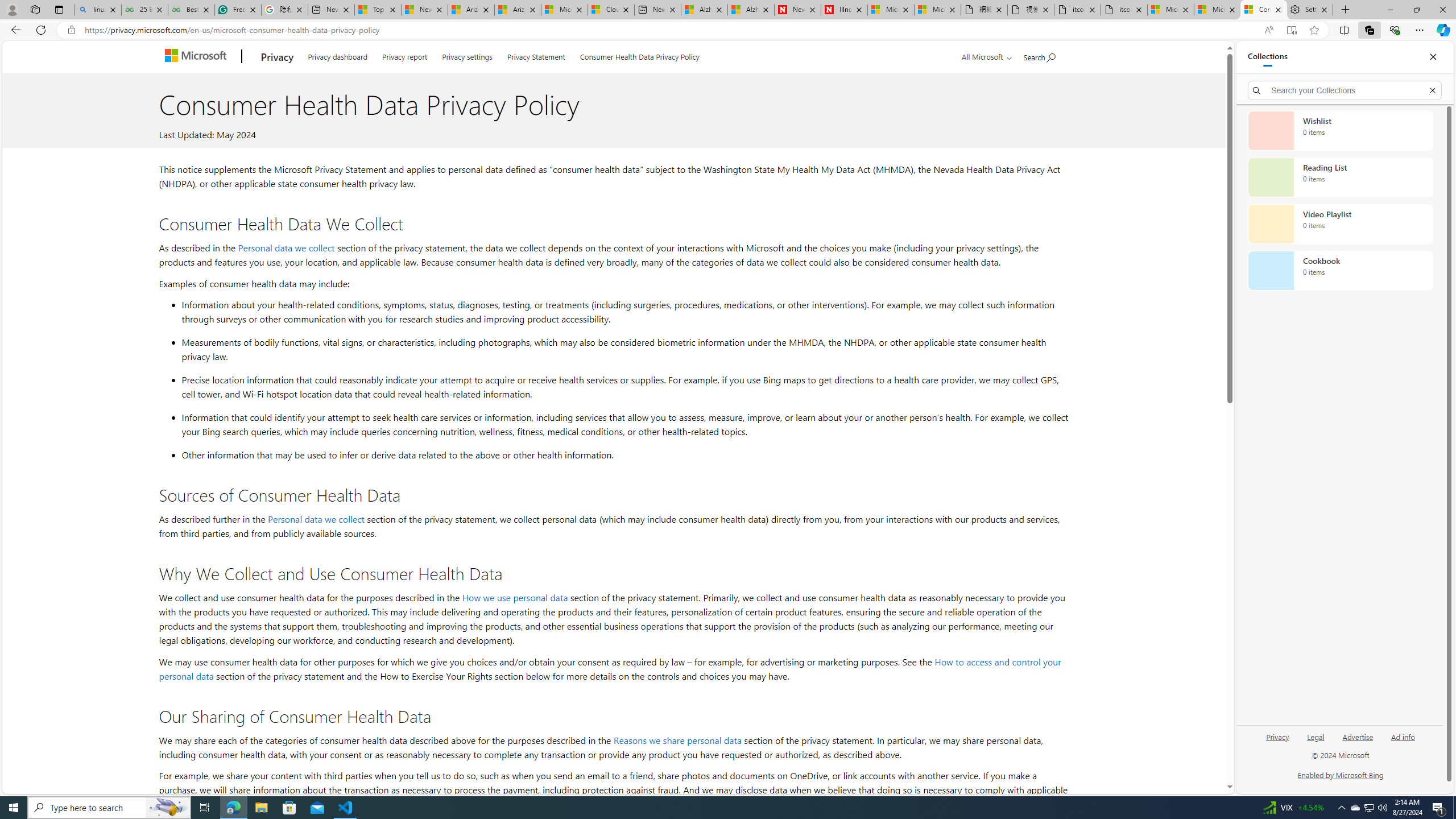 This screenshot has height=819, width=1456. What do you see at coordinates (1433, 90) in the screenshot?
I see `'Exit search'` at bounding box center [1433, 90].